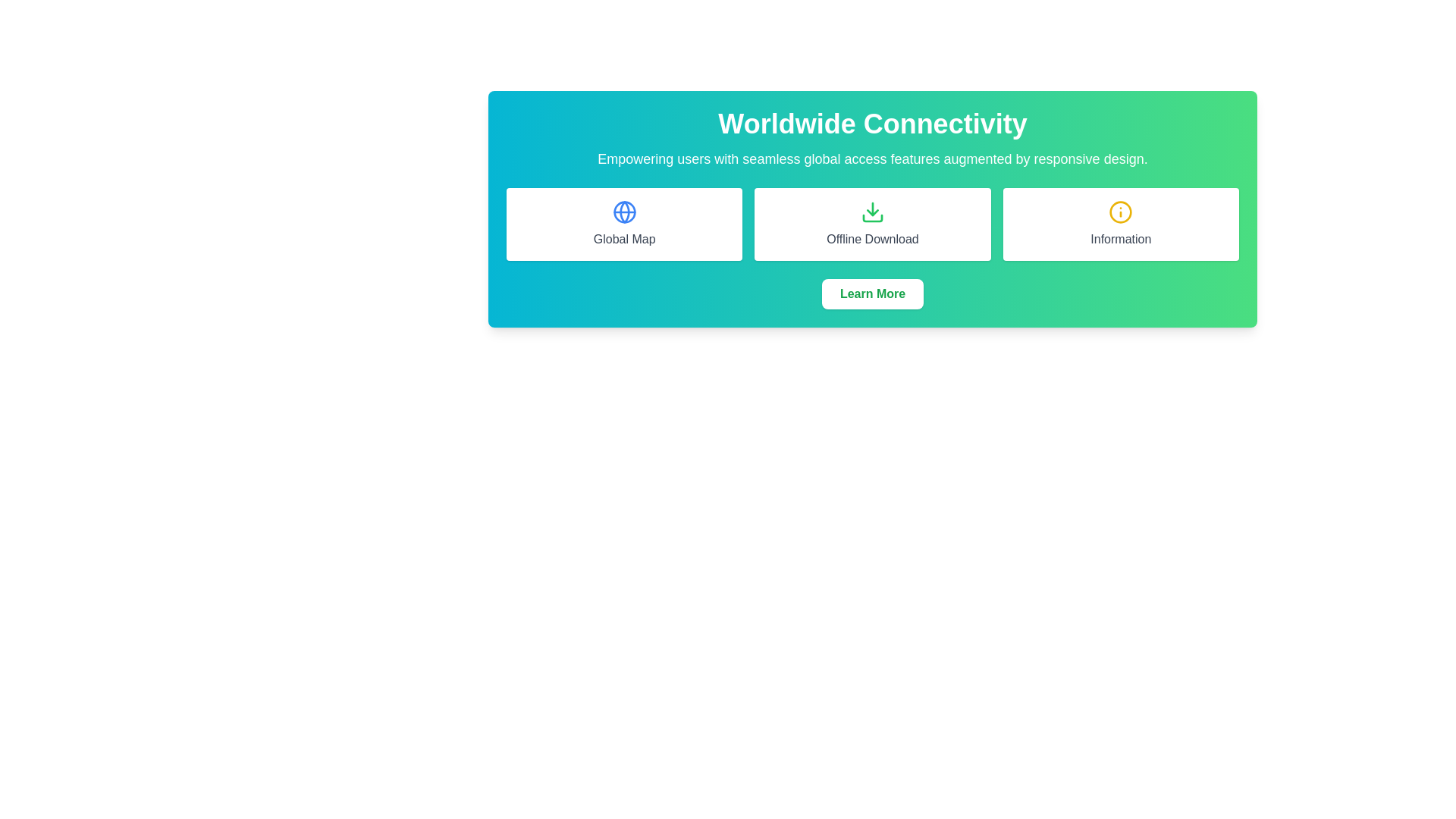 The height and width of the screenshot is (819, 1456). I want to click on the 'Learn More' button with green text and a white background, so click(873, 294).